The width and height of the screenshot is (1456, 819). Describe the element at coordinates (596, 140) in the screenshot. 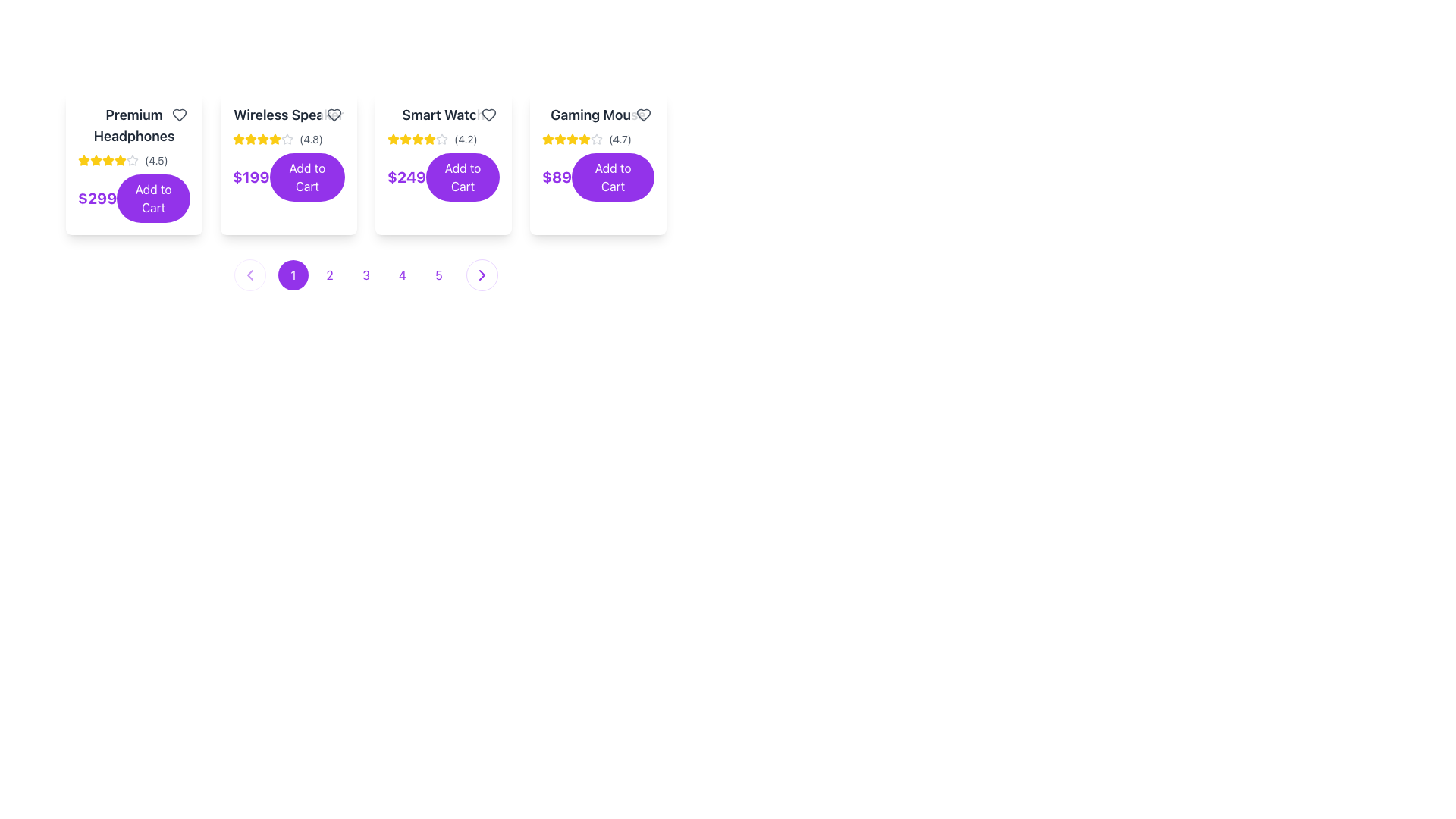

I see `the star icon element, which is the sixth star in a rating group for the 'Gaming Mouse' product, to engage with its neighboring elements` at that location.